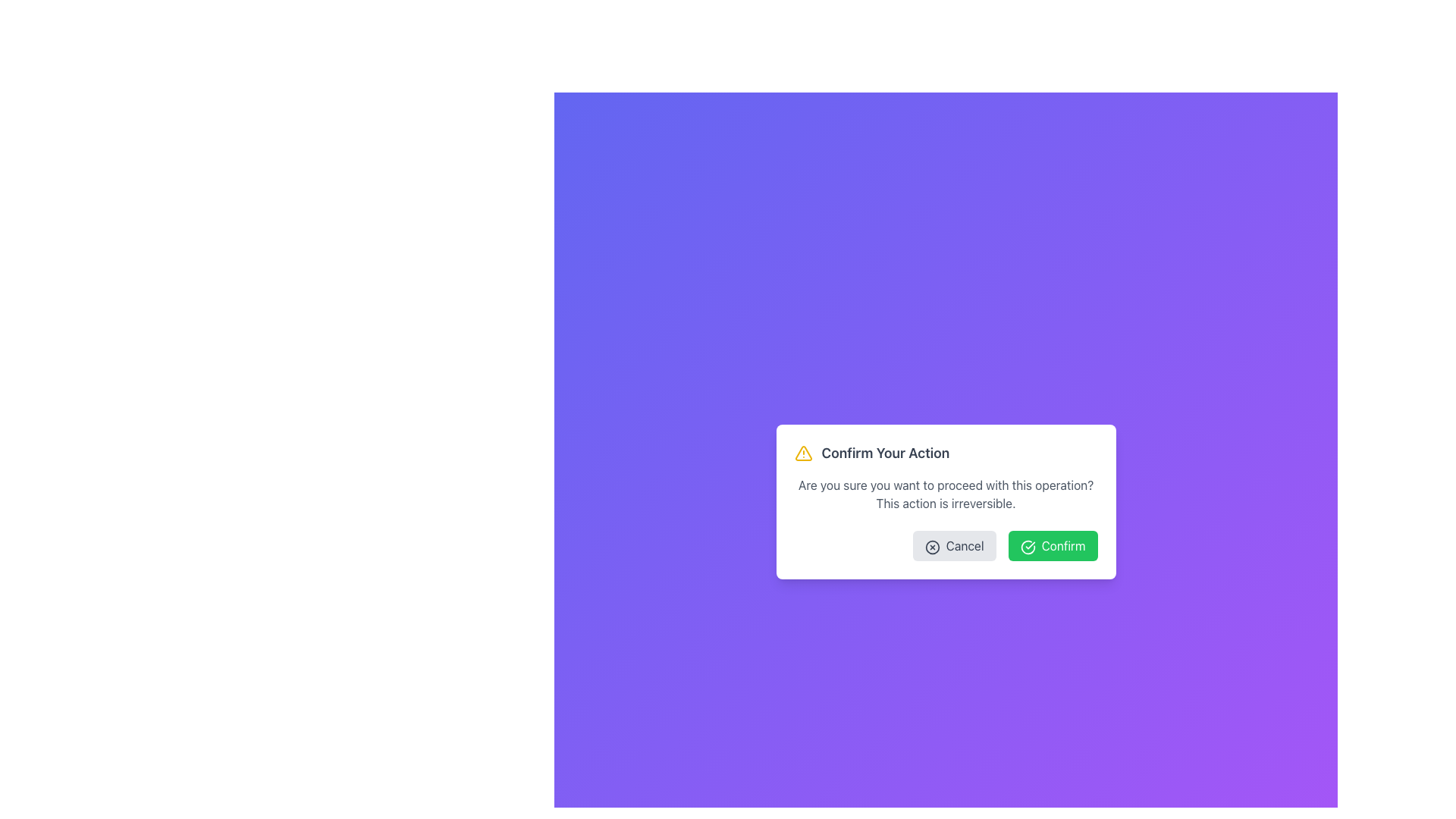 This screenshot has width=1456, height=819. Describe the element at coordinates (802, 452) in the screenshot. I see `the triangular perimeter component of the alert icon in the top left corner of the 'Confirm Your Action' modal dialog` at that location.